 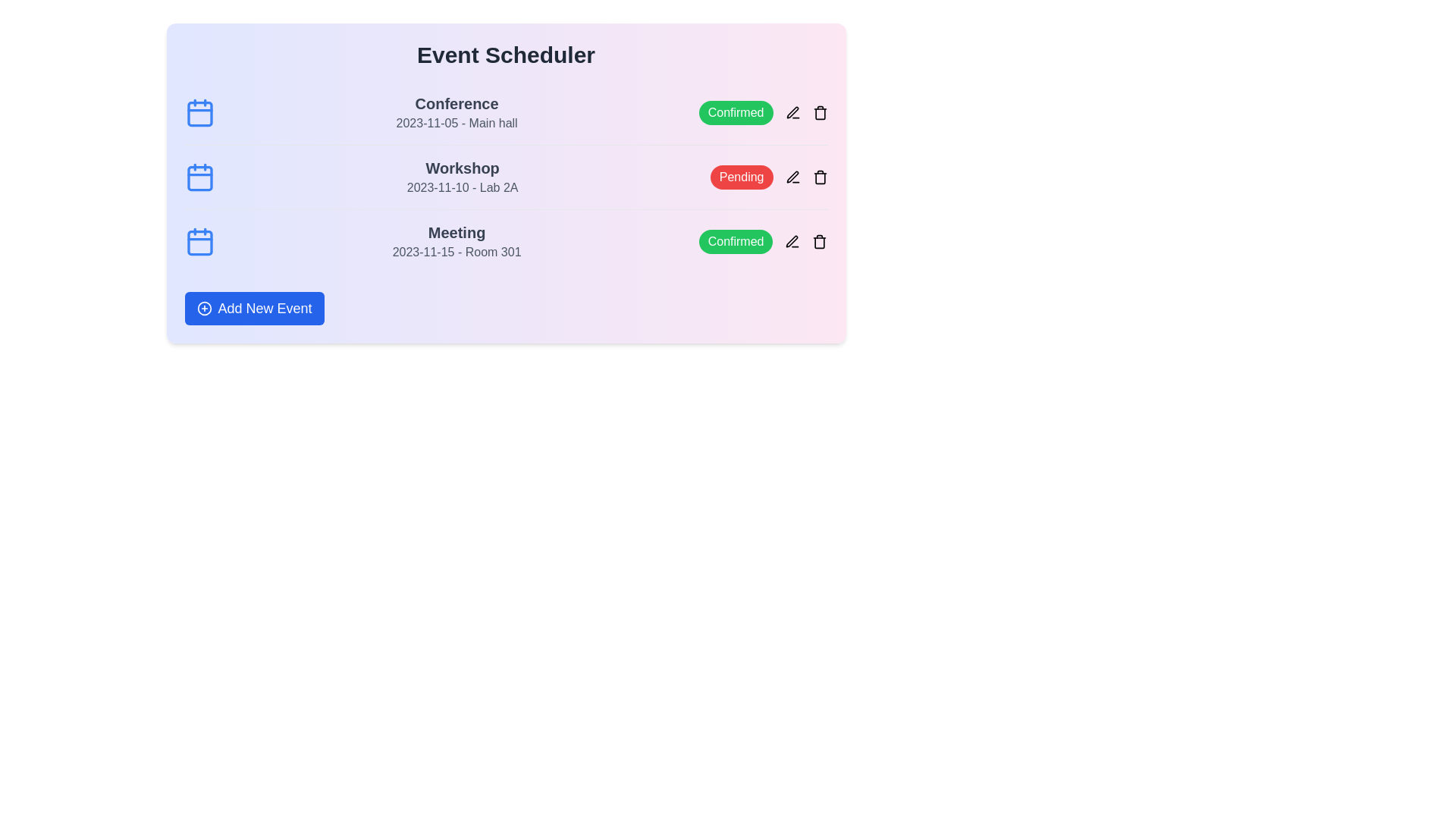 I want to click on the static text label displaying detailed schedule information for the 'Workshop' event, which is positioned directly below the 'Workshop' title in the event list, so click(x=462, y=187).